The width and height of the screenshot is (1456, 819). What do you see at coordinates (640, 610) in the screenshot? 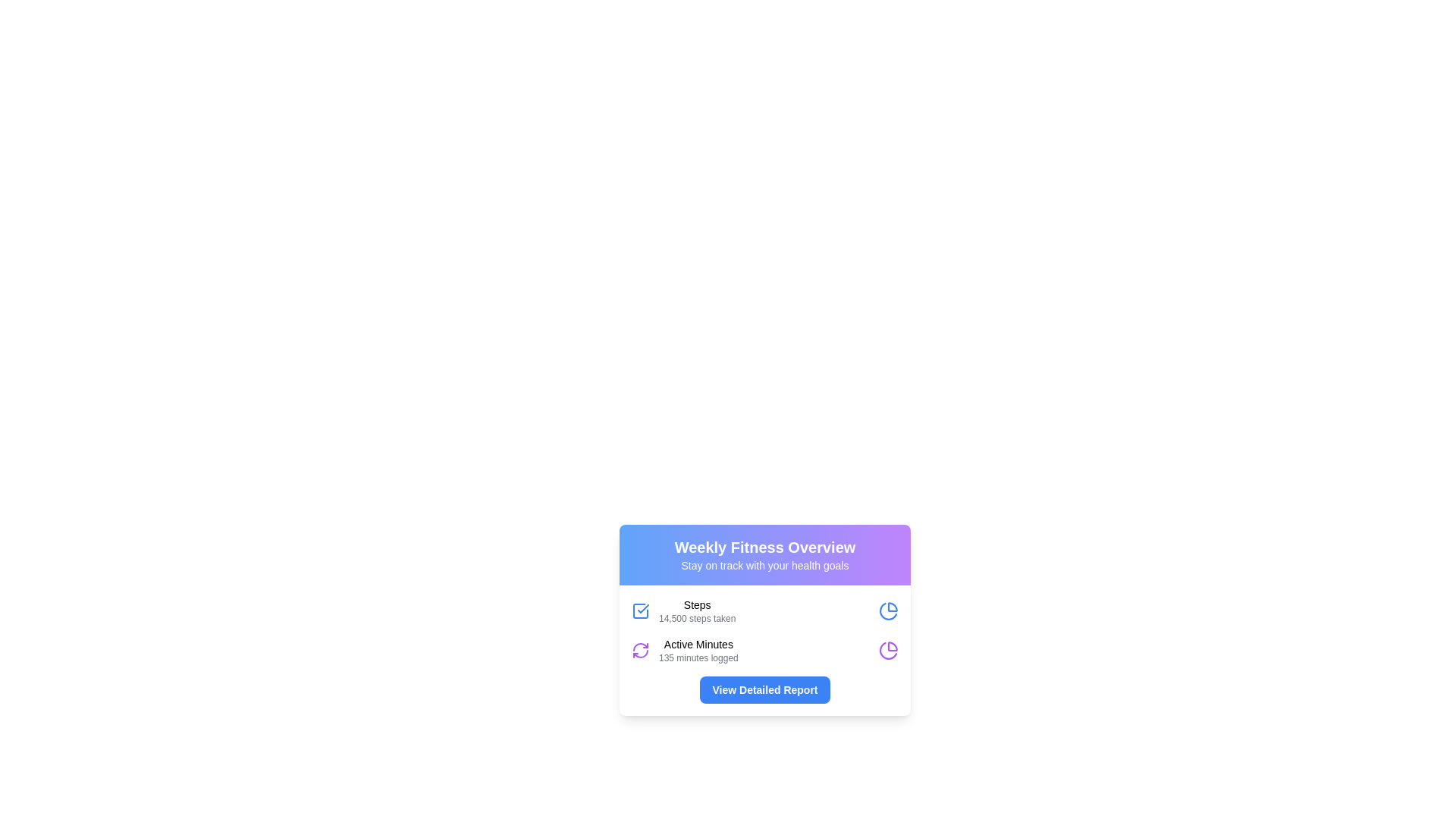
I see `the blue outlined square icon that is part of an SVG graphic element, located to the left of the text 'Steps' with the description '14,500 steps taken'` at bounding box center [640, 610].